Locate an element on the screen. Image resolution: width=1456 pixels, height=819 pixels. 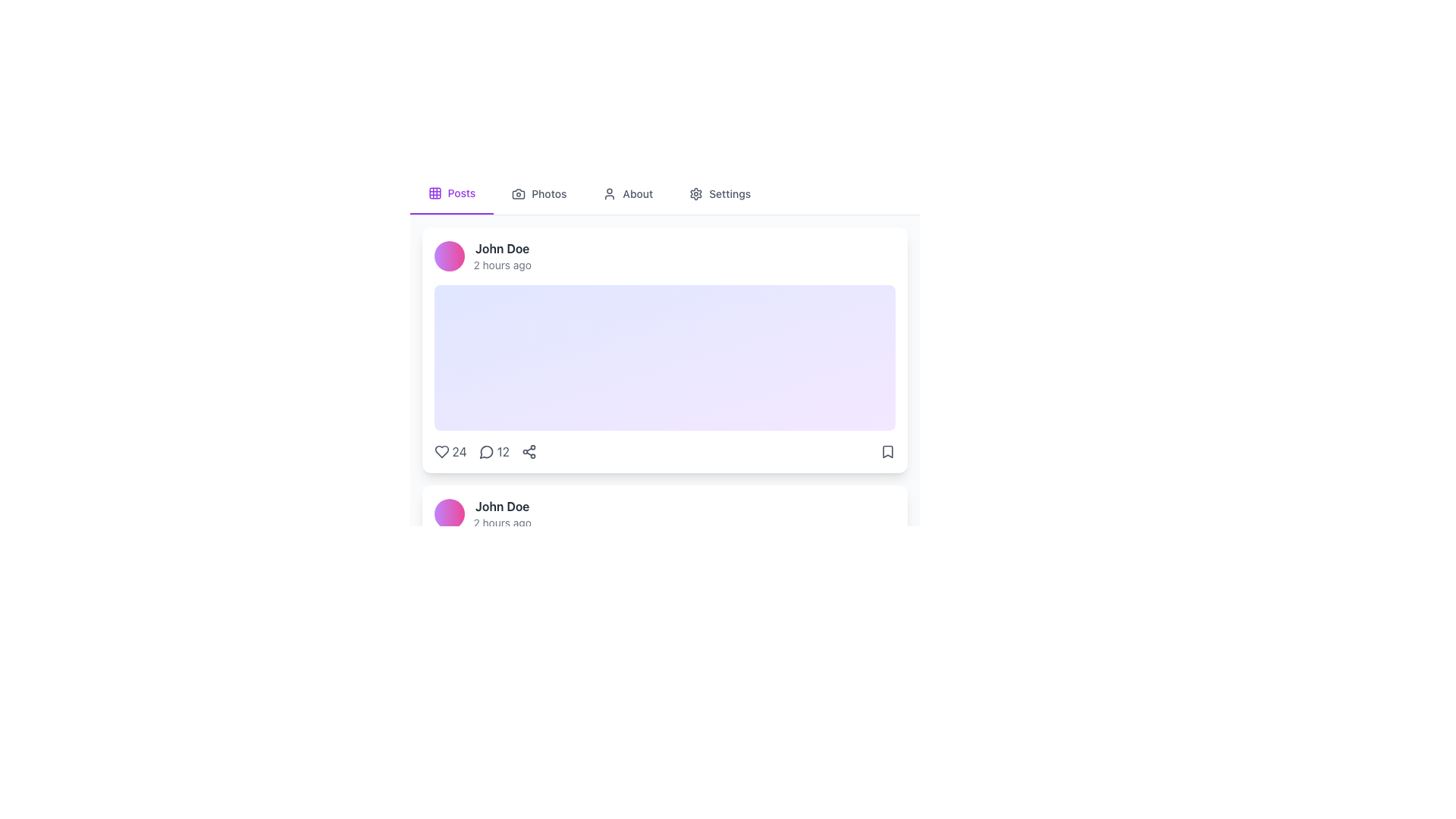
the camera icon in the navigation bar, which is part of the 'Photos' tab located second from the left is located at coordinates (519, 193).